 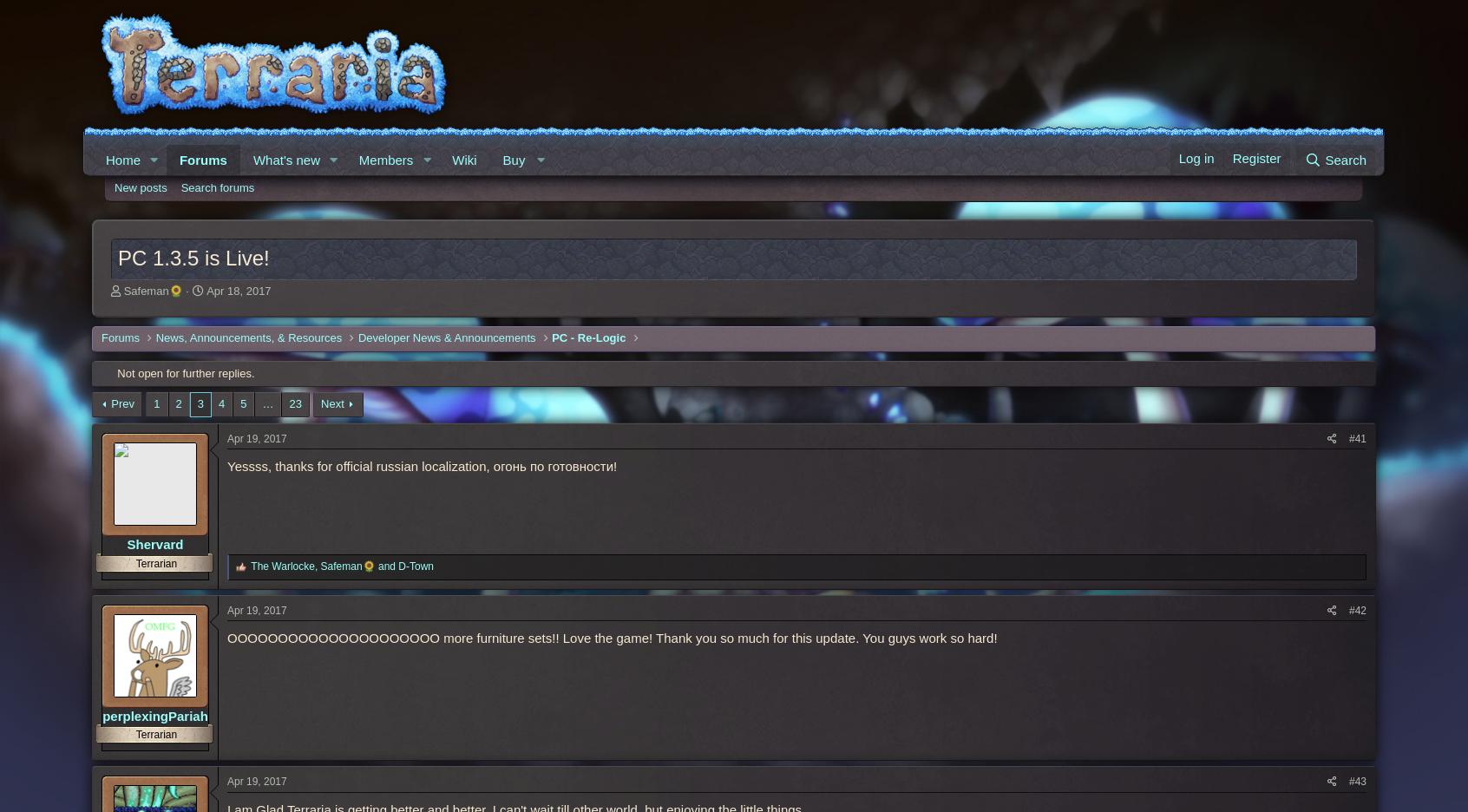 What do you see at coordinates (249, 565) in the screenshot?
I see `'The Warlocke'` at bounding box center [249, 565].